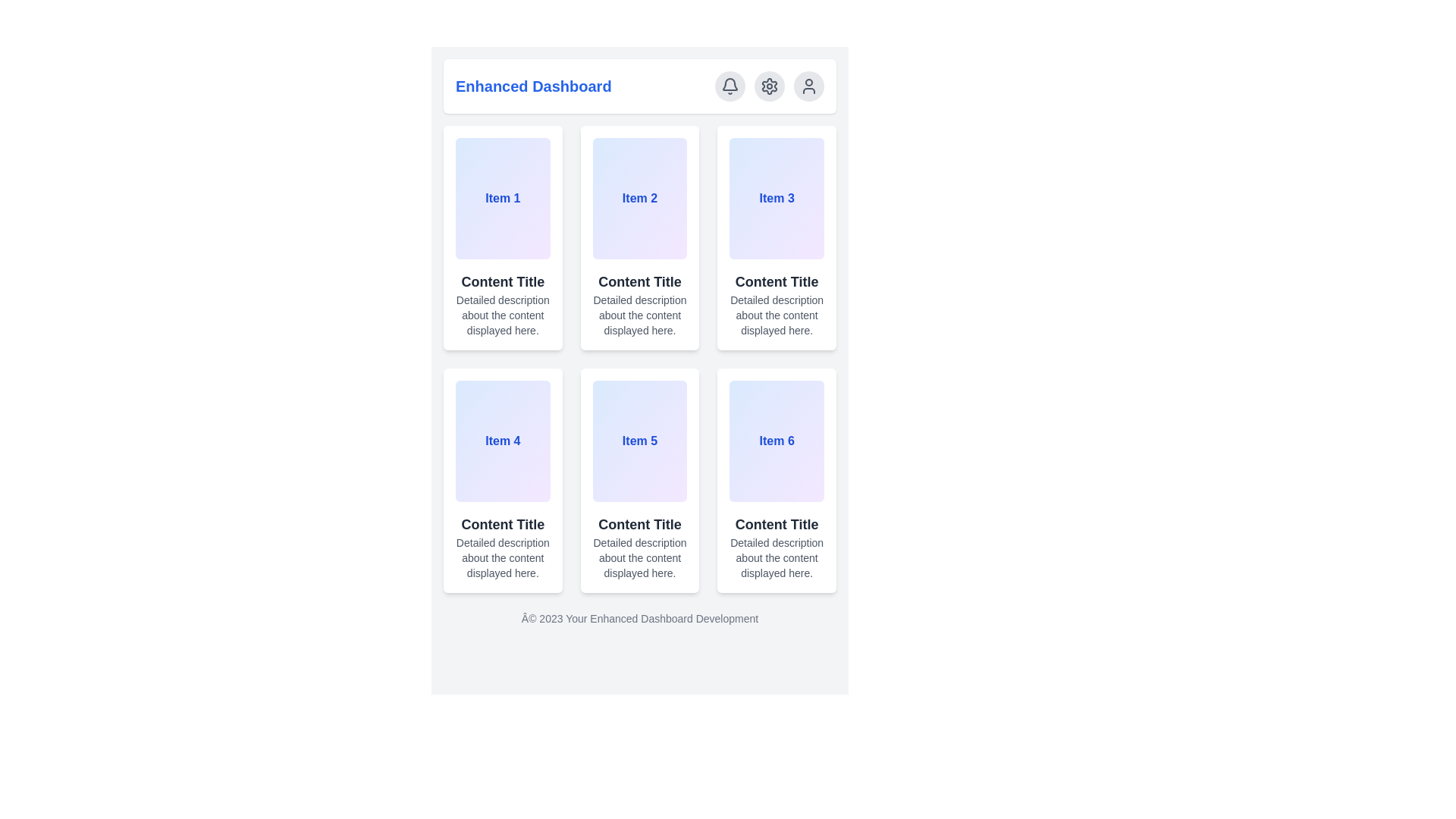  What do you see at coordinates (730, 86) in the screenshot?
I see `the circular icon button with a bell symbol on the top-right of the header` at bounding box center [730, 86].